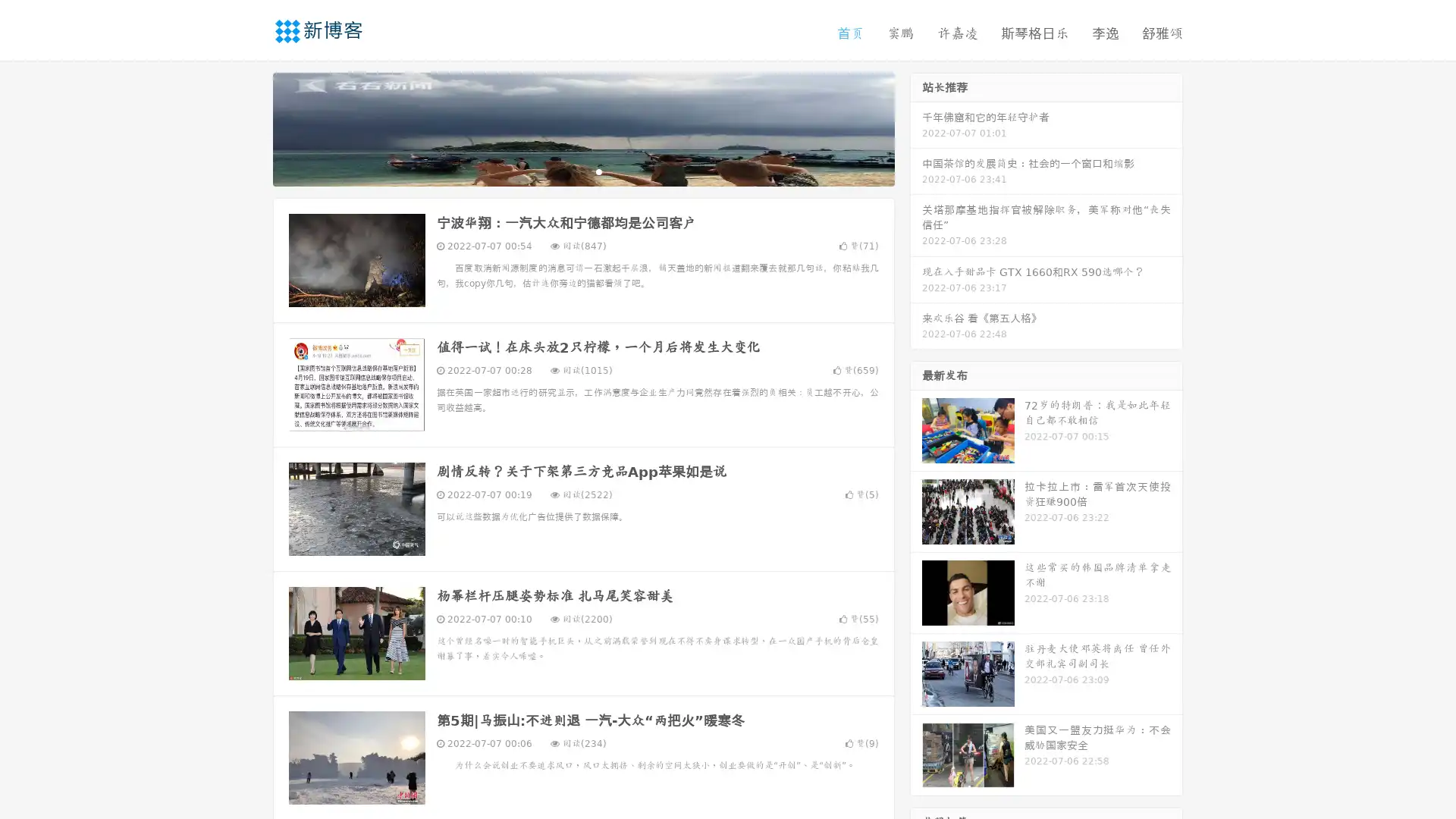 This screenshot has height=819, width=1456. I want to click on Go to slide 2, so click(582, 171).